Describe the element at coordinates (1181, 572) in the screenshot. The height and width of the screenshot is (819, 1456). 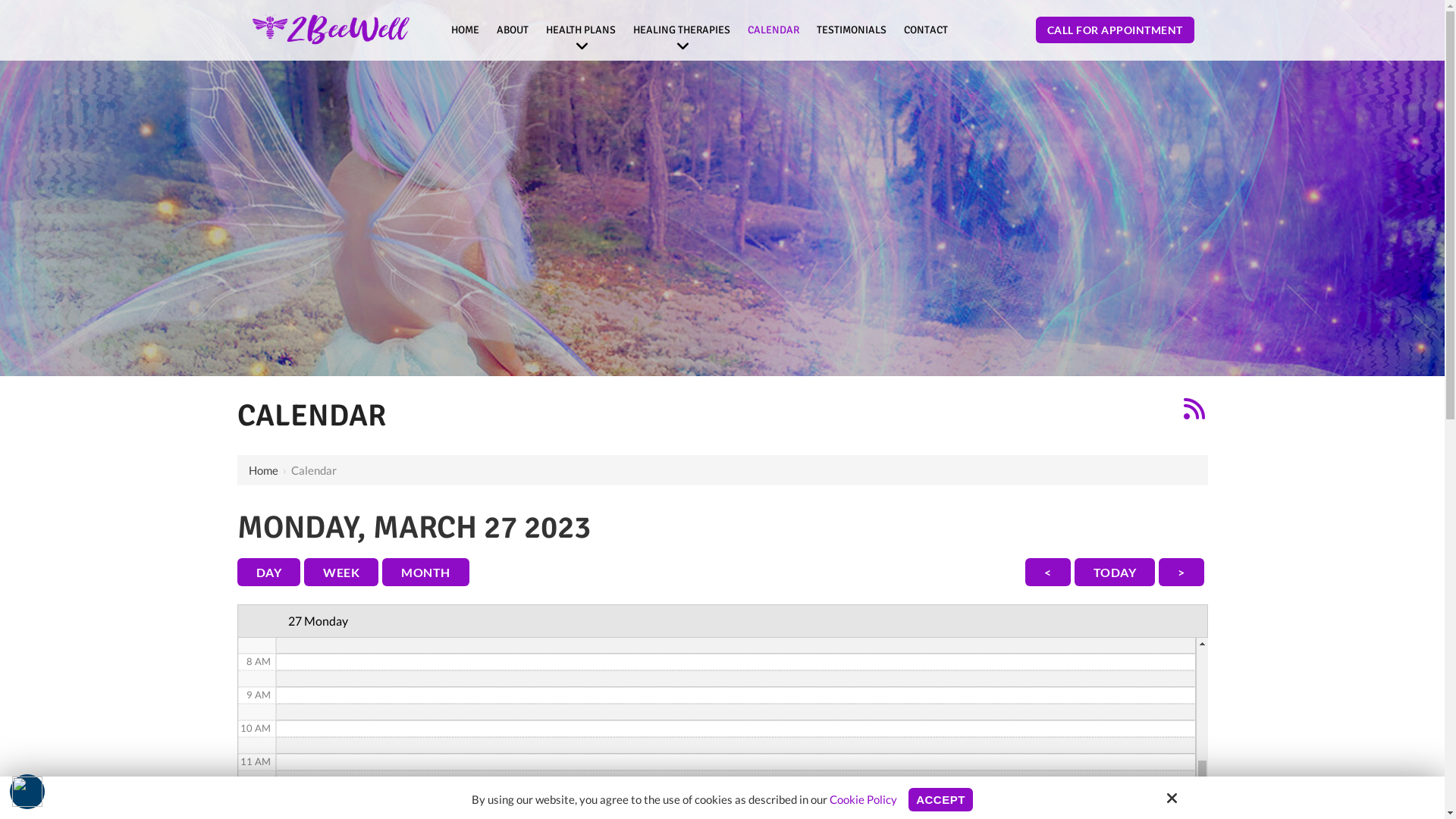
I see `'>'` at that location.